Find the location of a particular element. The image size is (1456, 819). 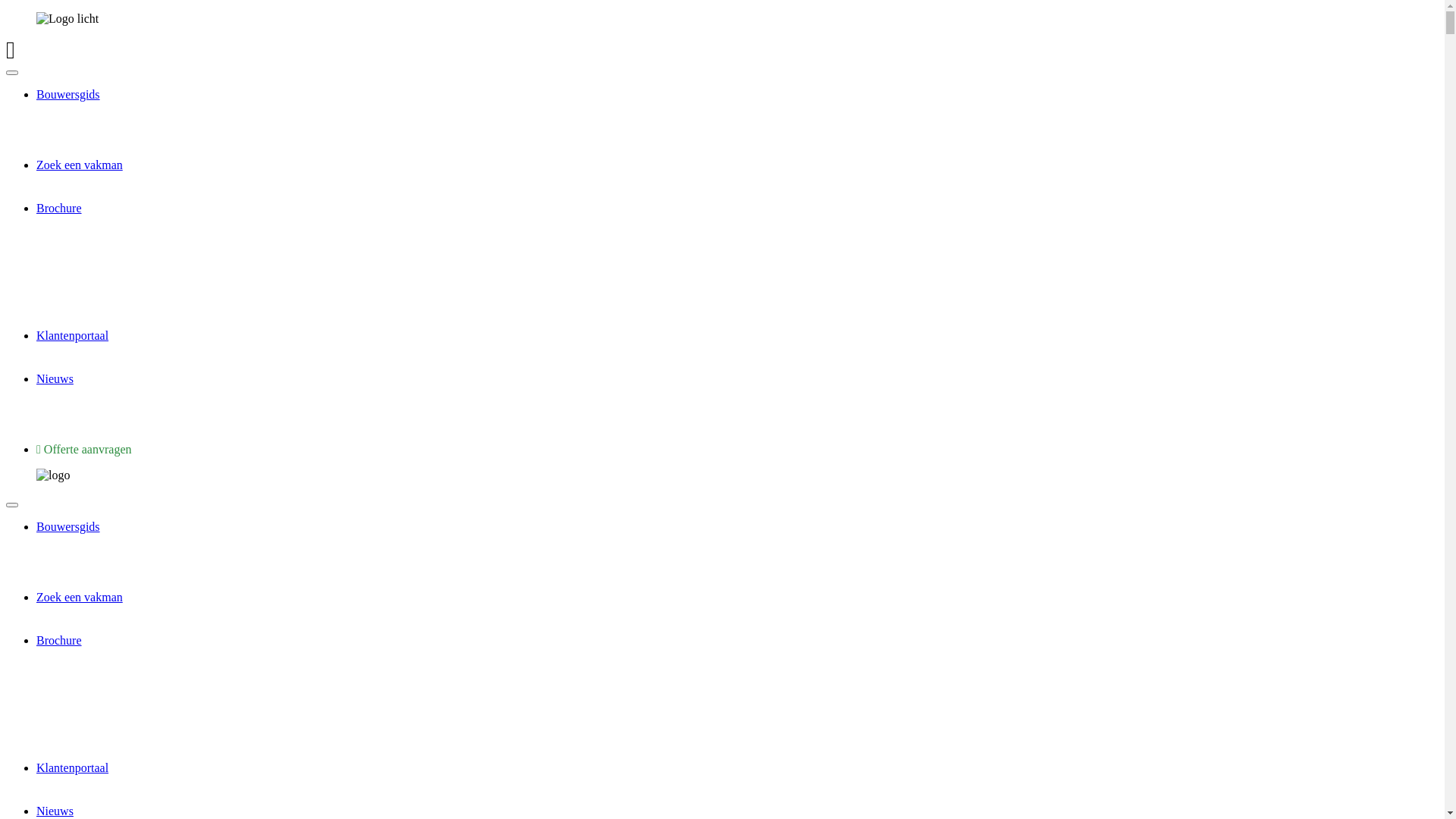

'Zoek een vakman' is located at coordinates (79, 165).